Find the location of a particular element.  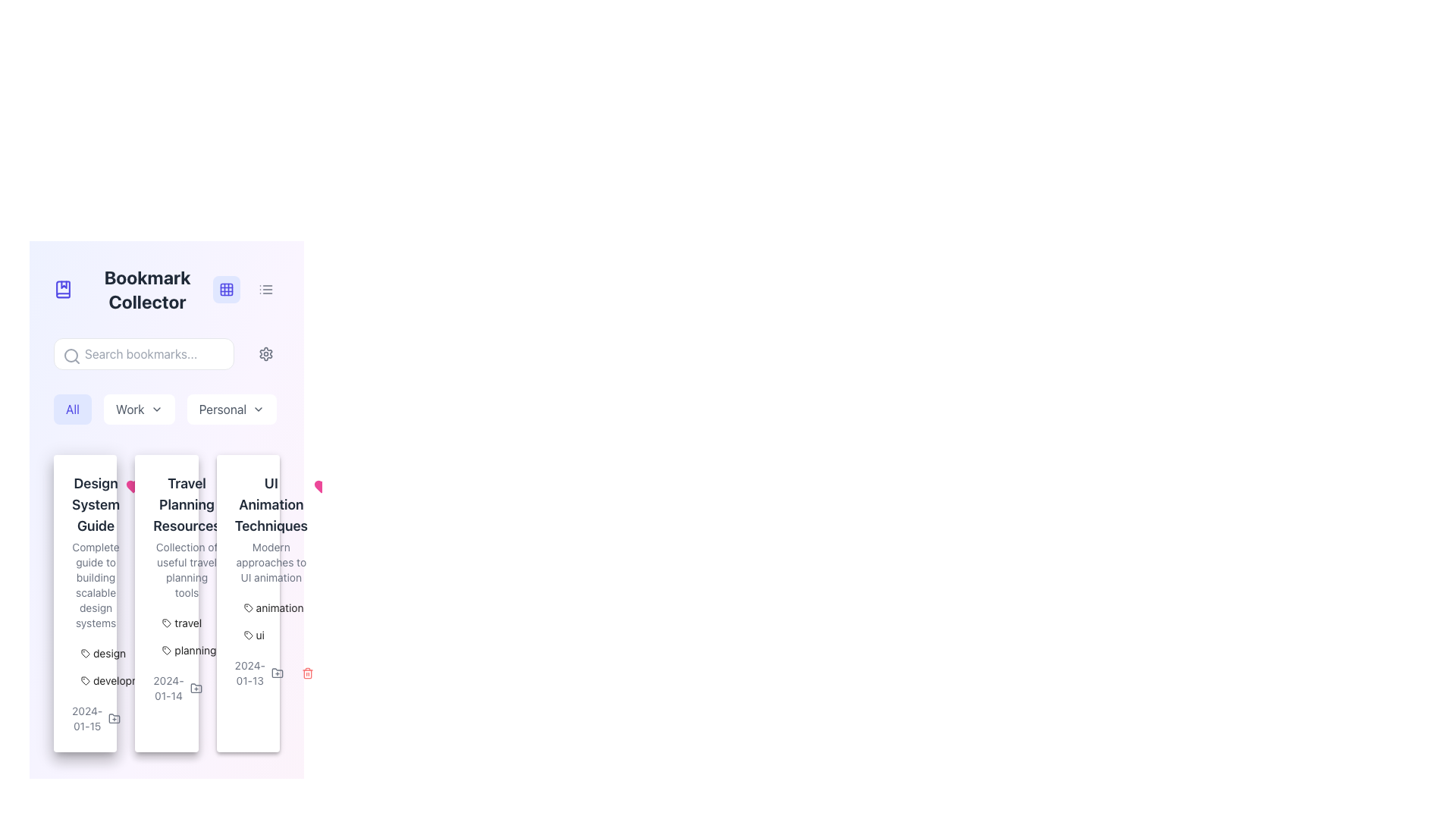

the circular button with a folder icon below the '2024-01-13' date text in the 'UI Animation Techniques' card is located at coordinates (277, 672).